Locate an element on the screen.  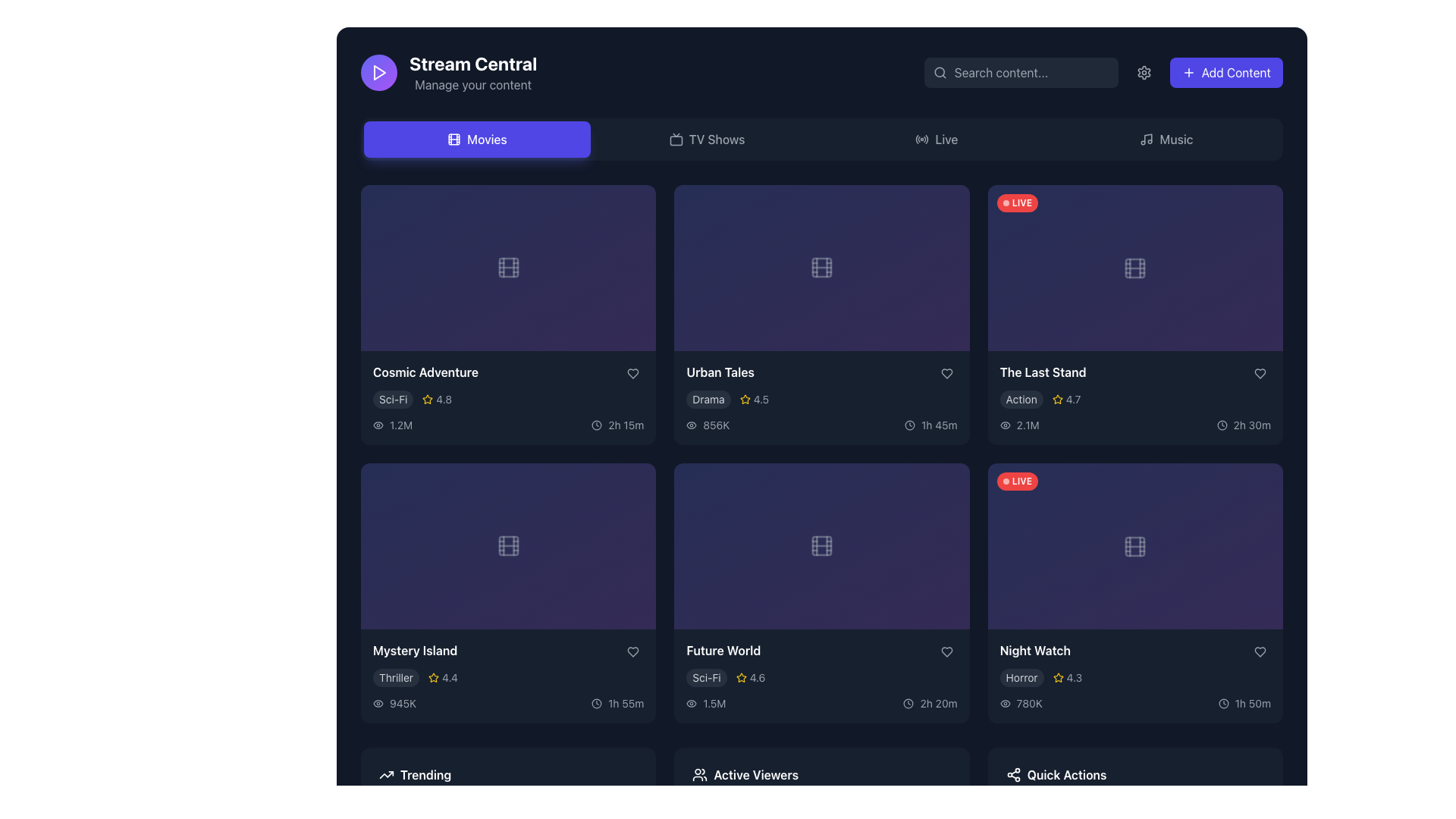
the fourth button in the horizontal navigation bar at the top of the interface to trigger its hover style effects is located at coordinates (1166, 140).